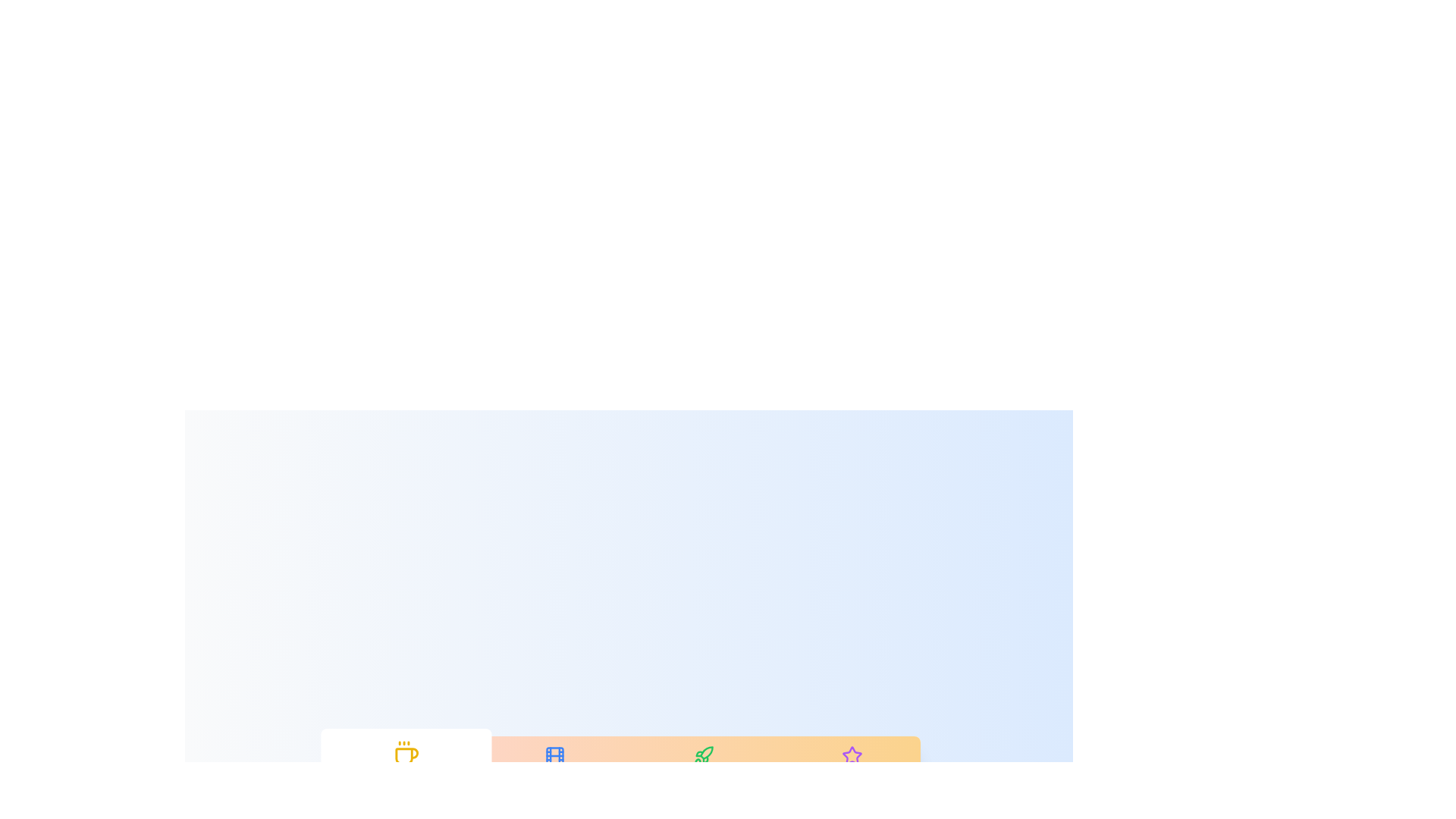  I want to click on the tab labeled Explore to select it, so click(702, 766).